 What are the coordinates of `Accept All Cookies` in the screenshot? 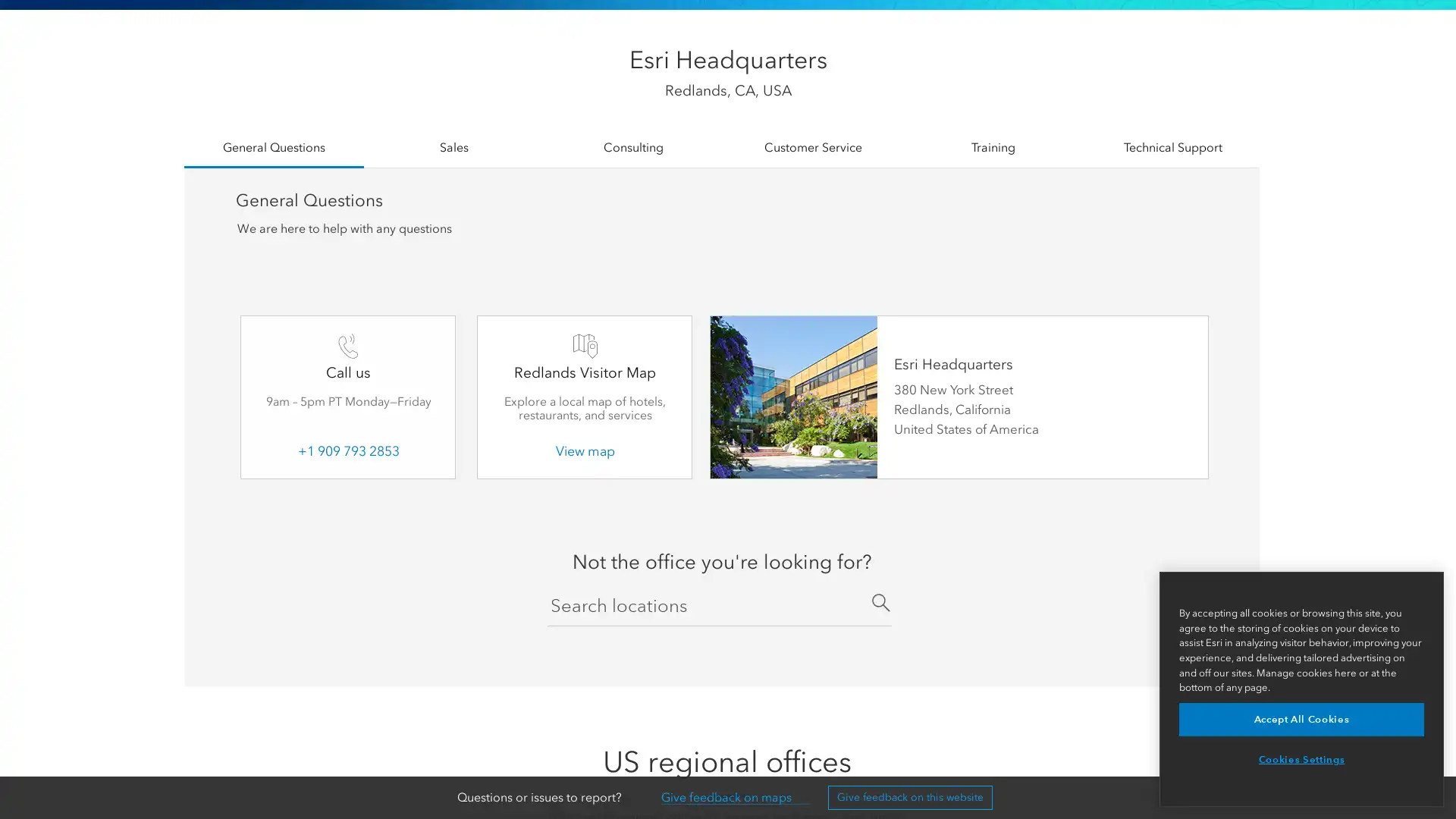 It's located at (1301, 718).